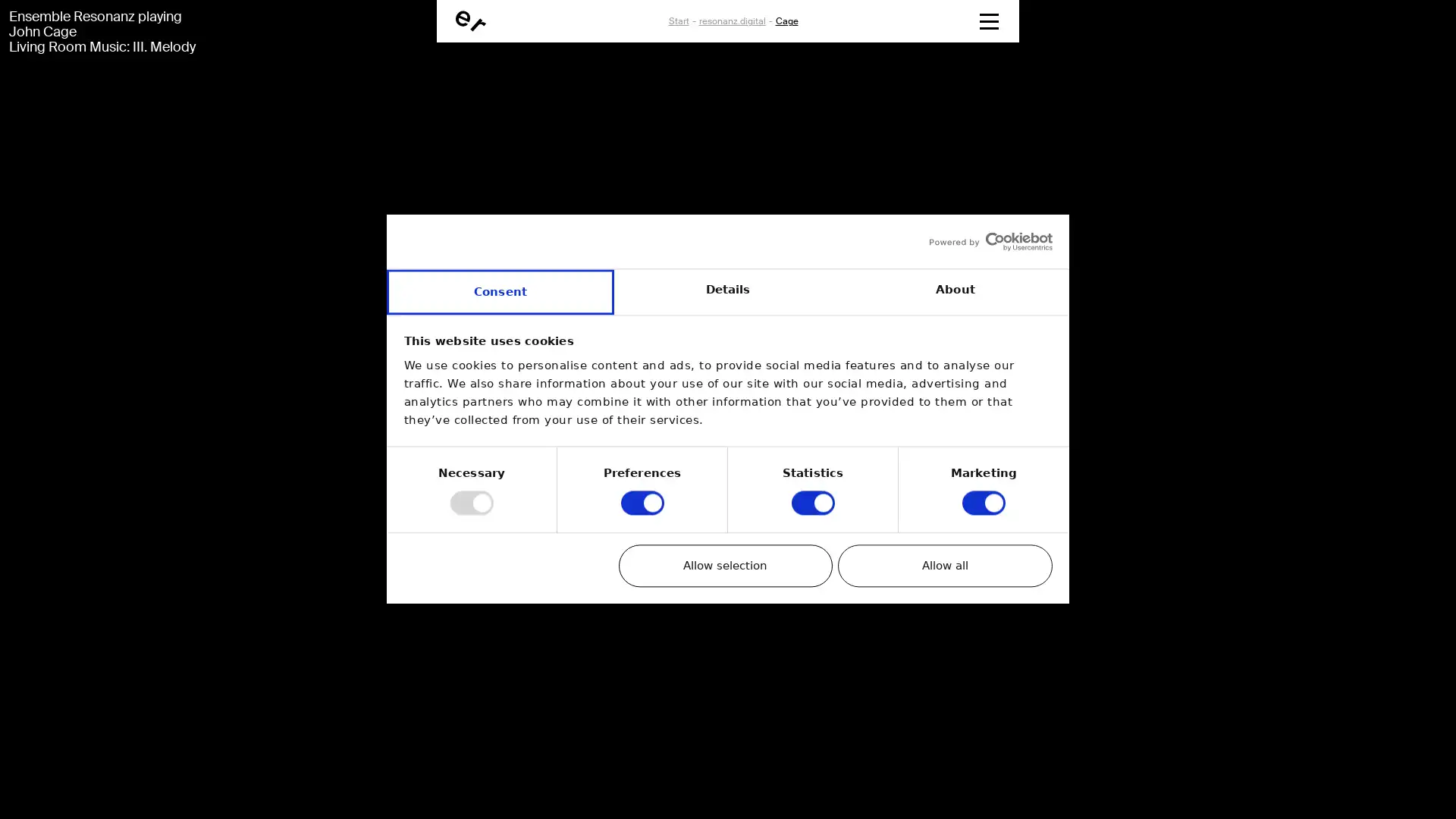 This screenshot has width=1456, height=819. Describe the element at coordinates (1309, 801) in the screenshot. I see `10` at that location.